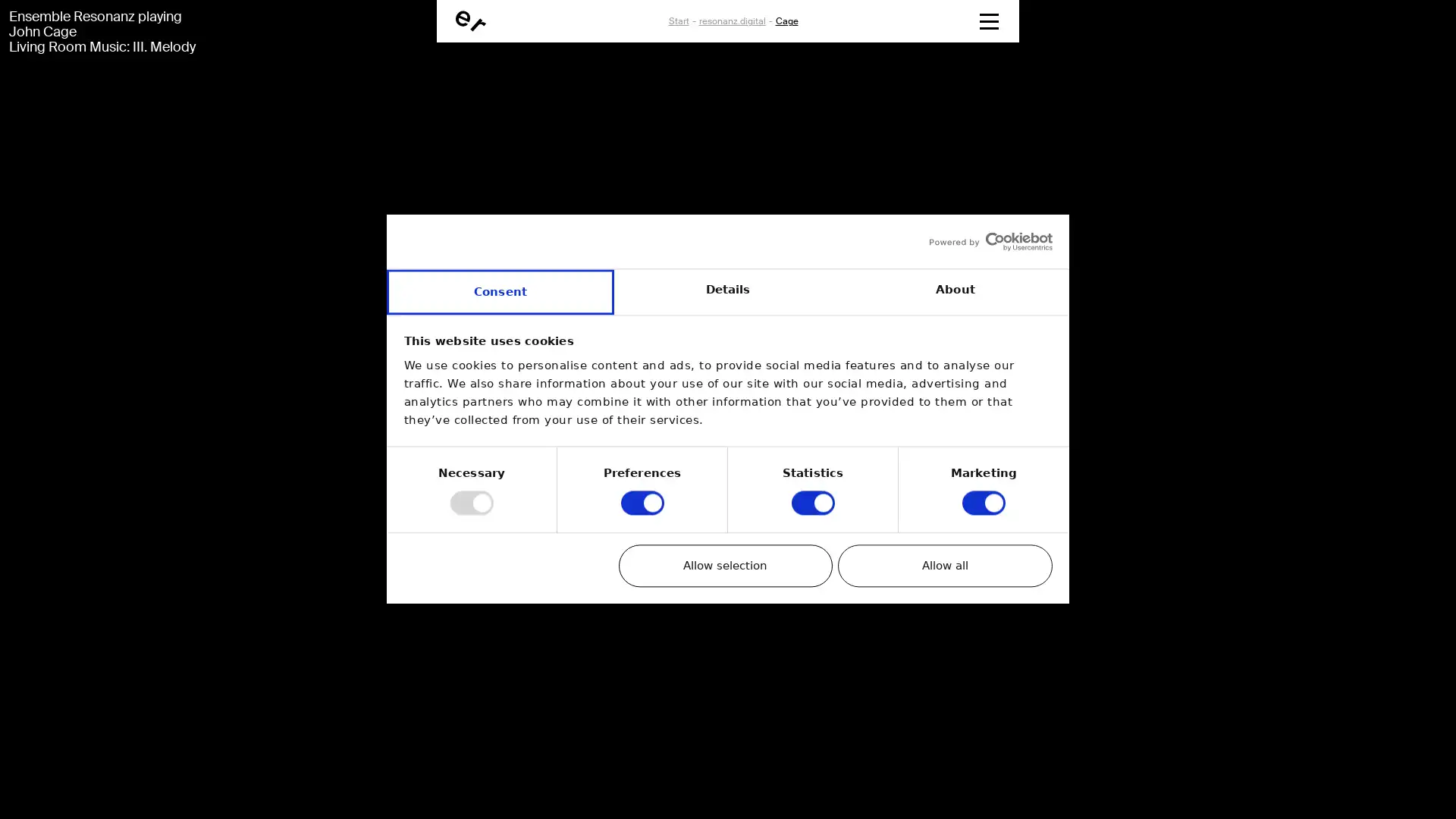 This screenshot has width=1456, height=819. Describe the element at coordinates (1309, 801) in the screenshot. I see `10` at that location.